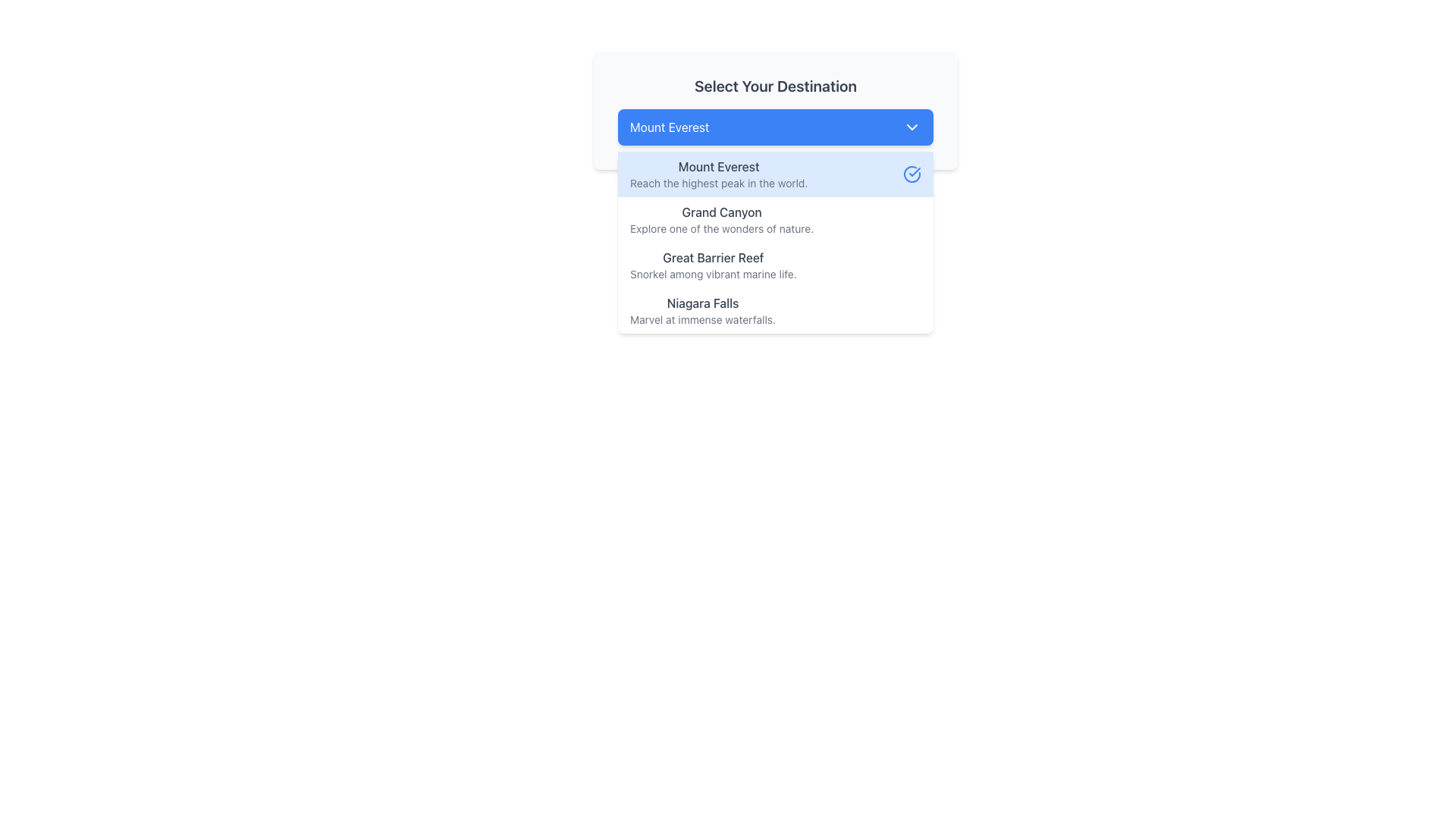 Image resolution: width=1456 pixels, height=819 pixels. Describe the element at coordinates (775, 265) in the screenshot. I see `the dropdown menu item labeled 'Great Barrier Reef'` at that location.